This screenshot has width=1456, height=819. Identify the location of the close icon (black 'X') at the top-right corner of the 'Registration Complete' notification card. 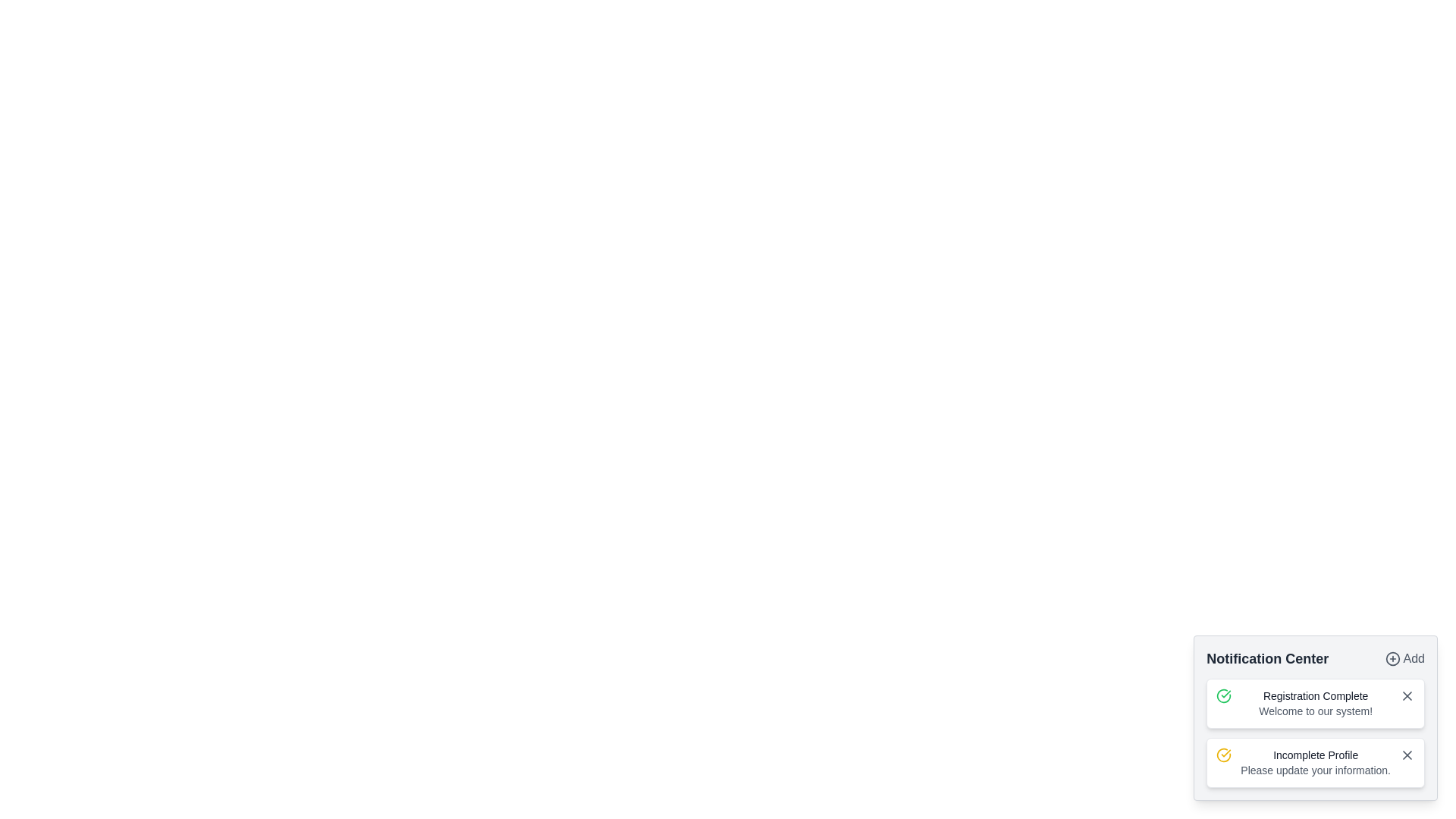
(1407, 696).